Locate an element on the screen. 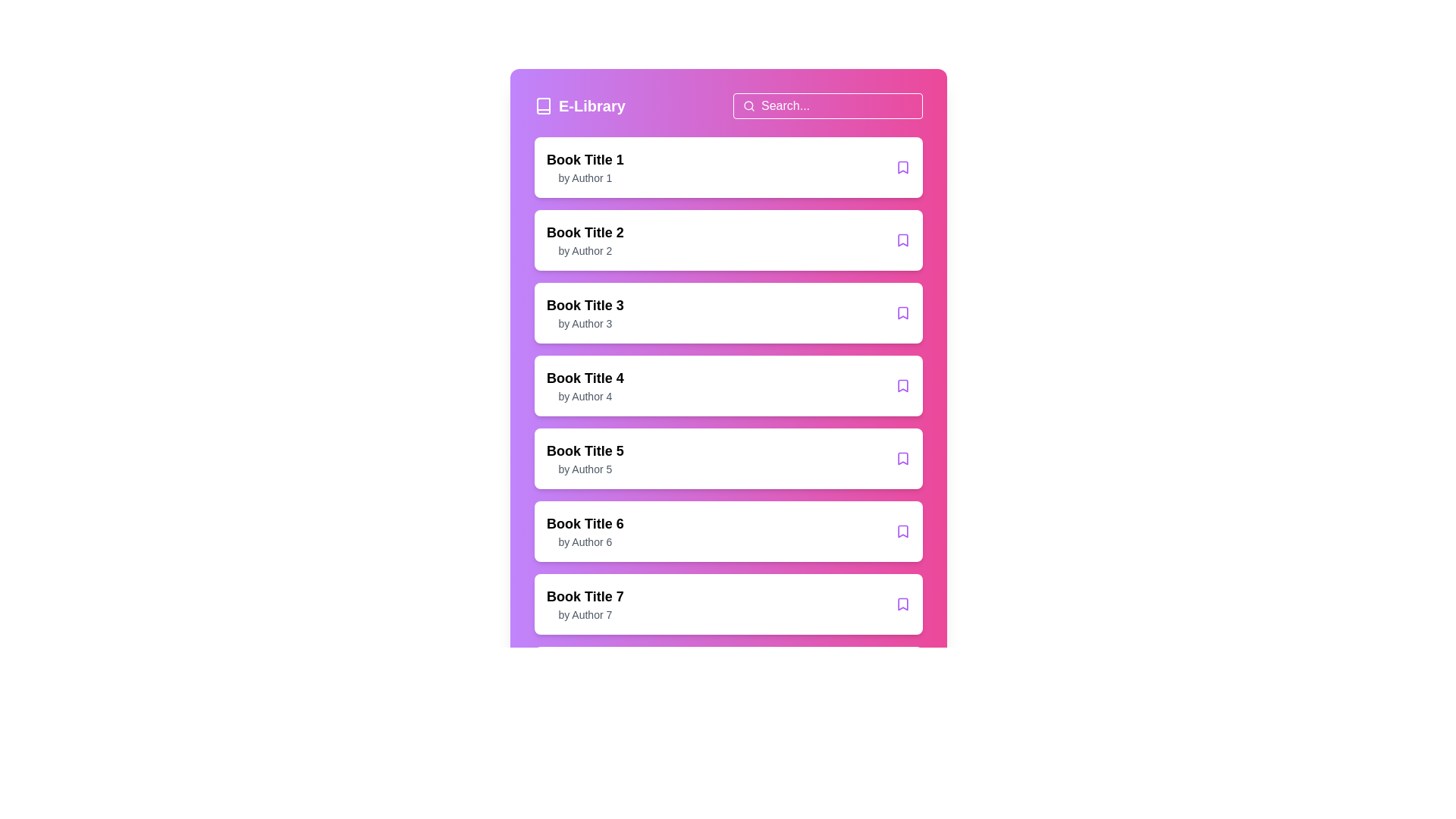 The height and width of the screenshot is (819, 1456). the SVG bookmark icon located at the bottom right corner of the 'Book Title 7 by Author 7' card is located at coordinates (902, 604).